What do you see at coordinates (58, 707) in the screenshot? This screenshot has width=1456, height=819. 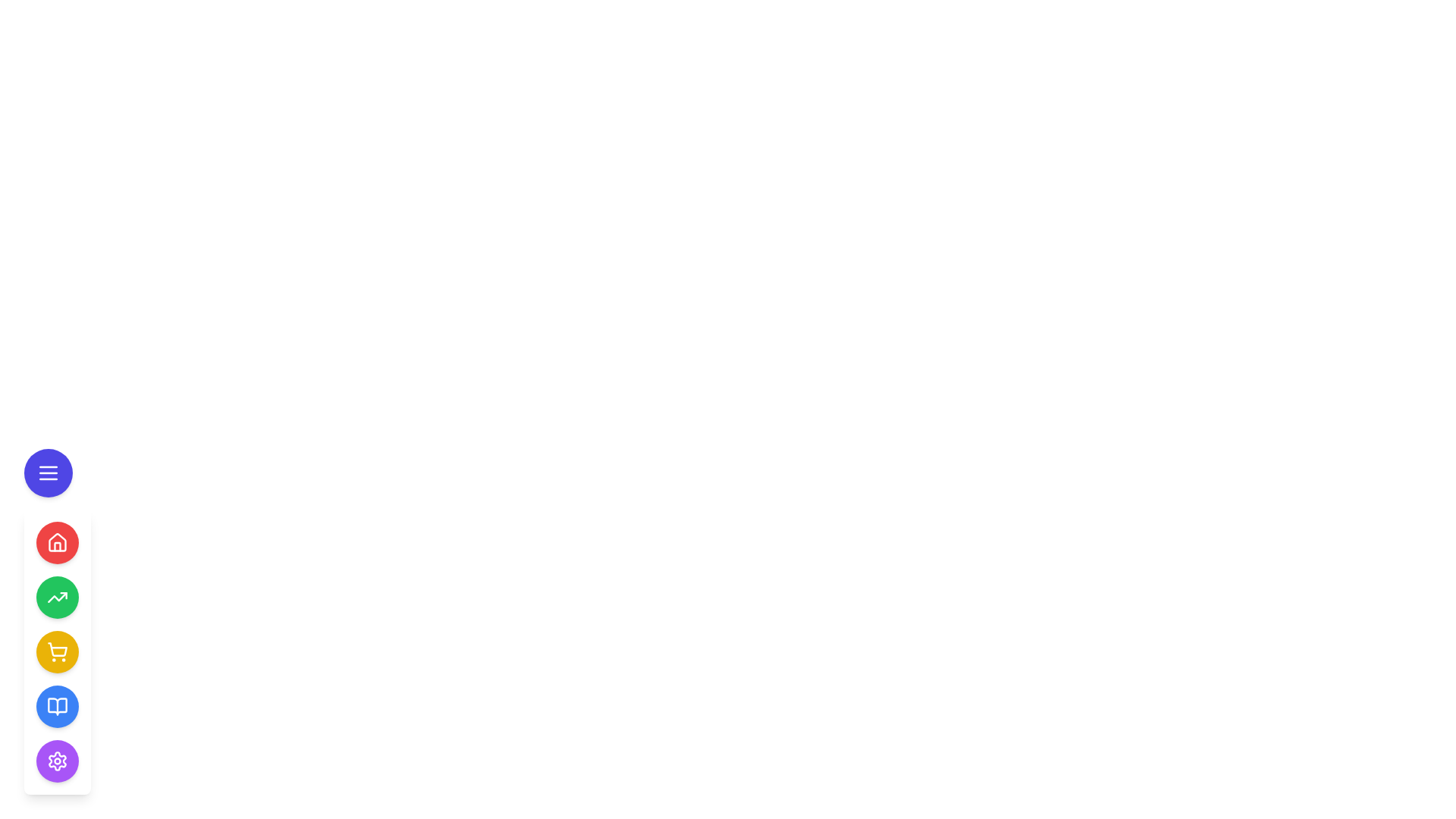 I see `the fifth icon in the vertical row of six circular buttons on the left side of the interface, which is centered inside a blue circular button` at bounding box center [58, 707].